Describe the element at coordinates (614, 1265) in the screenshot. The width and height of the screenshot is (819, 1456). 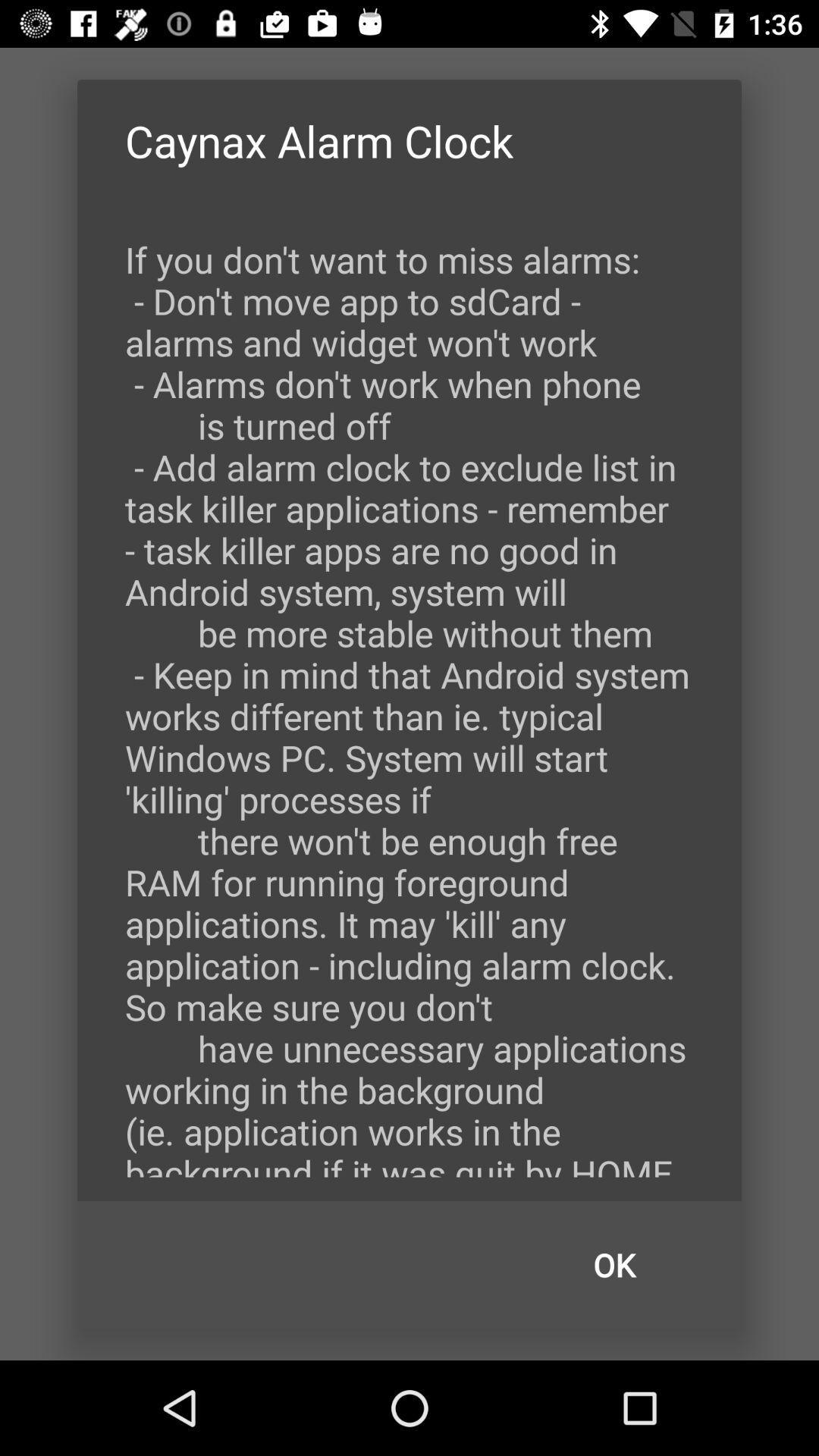
I see `ok item` at that location.